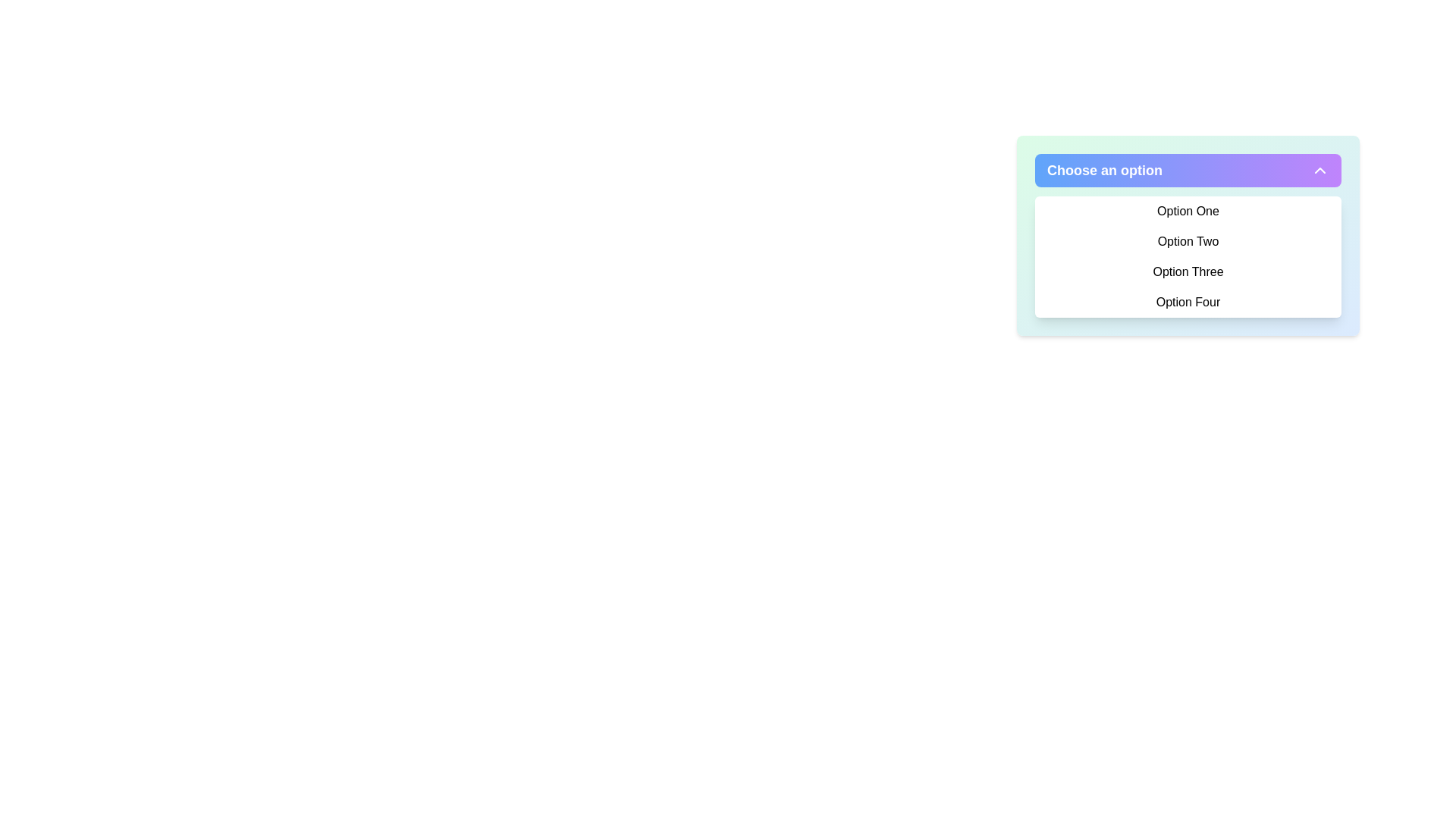 Image resolution: width=1456 pixels, height=819 pixels. I want to click on the multi-colored gradient dropdown menu labeled 'Choose an option', so click(1187, 236).